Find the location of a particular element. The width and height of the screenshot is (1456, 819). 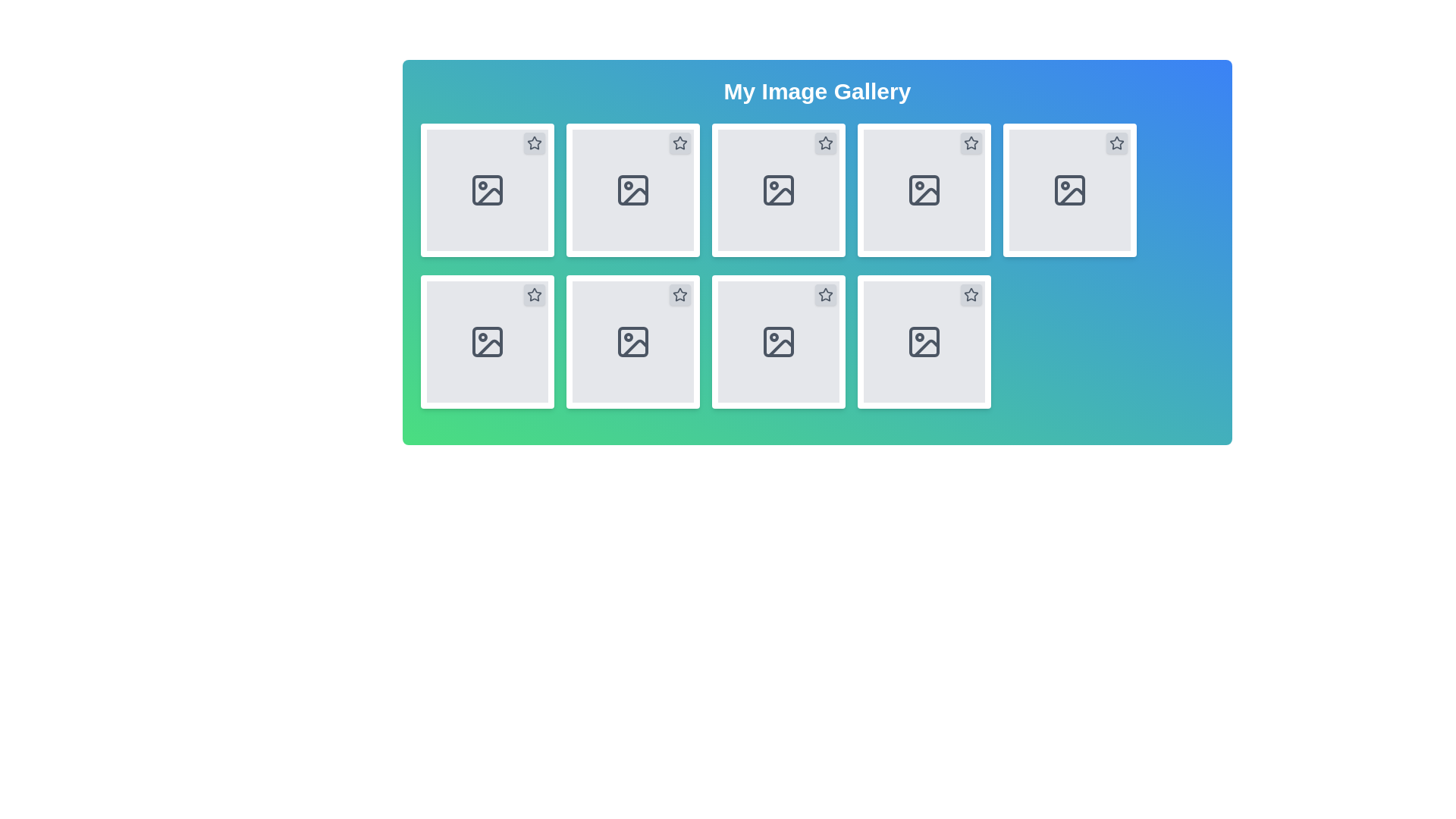

the star-shaped icon in the upper-right corner of the sixth image placeholder is located at coordinates (679, 294).